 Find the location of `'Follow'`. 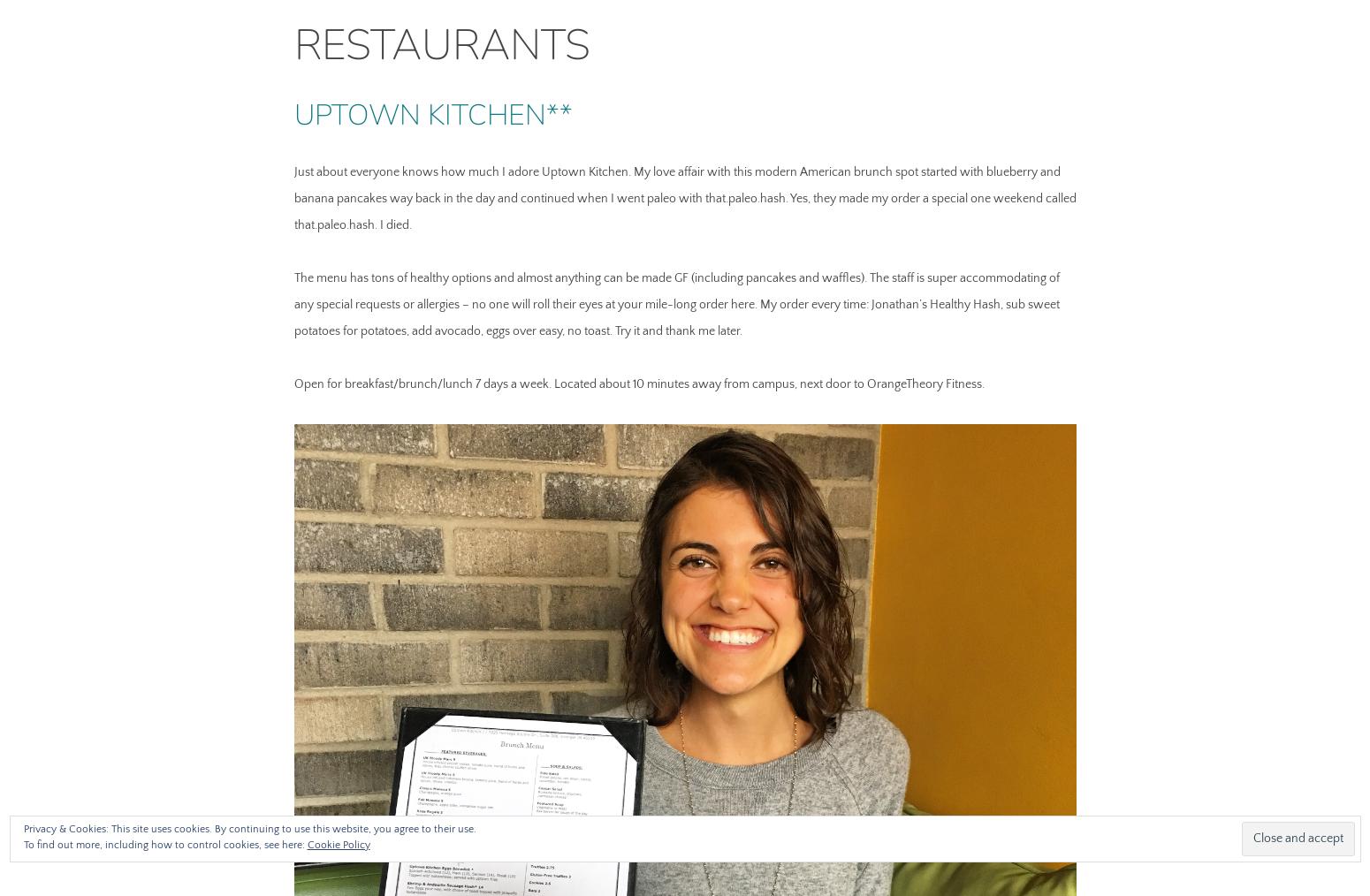

'Follow' is located at coordinates (1297, 847).